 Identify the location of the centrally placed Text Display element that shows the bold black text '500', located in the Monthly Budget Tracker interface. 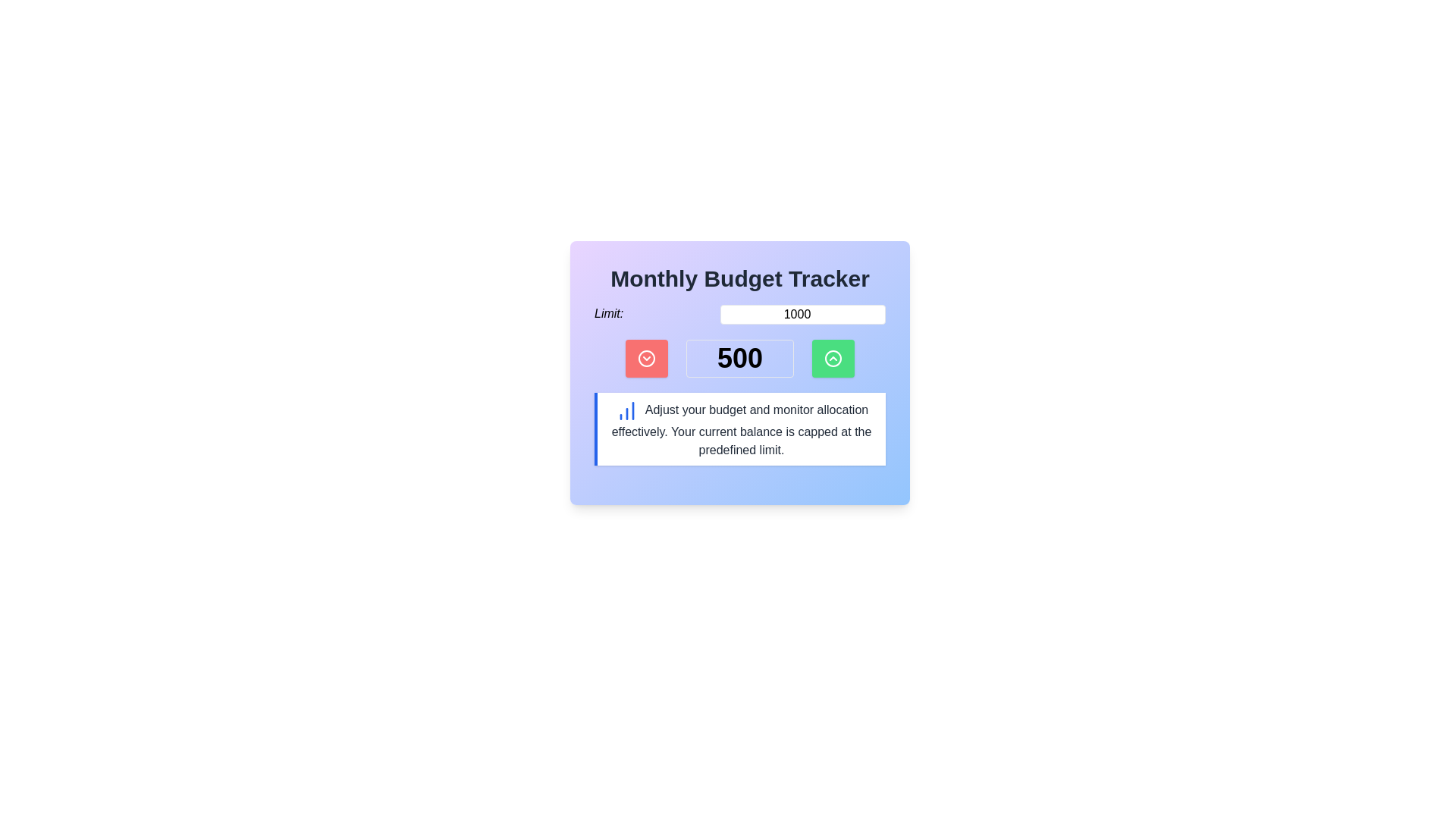
(739, 359).